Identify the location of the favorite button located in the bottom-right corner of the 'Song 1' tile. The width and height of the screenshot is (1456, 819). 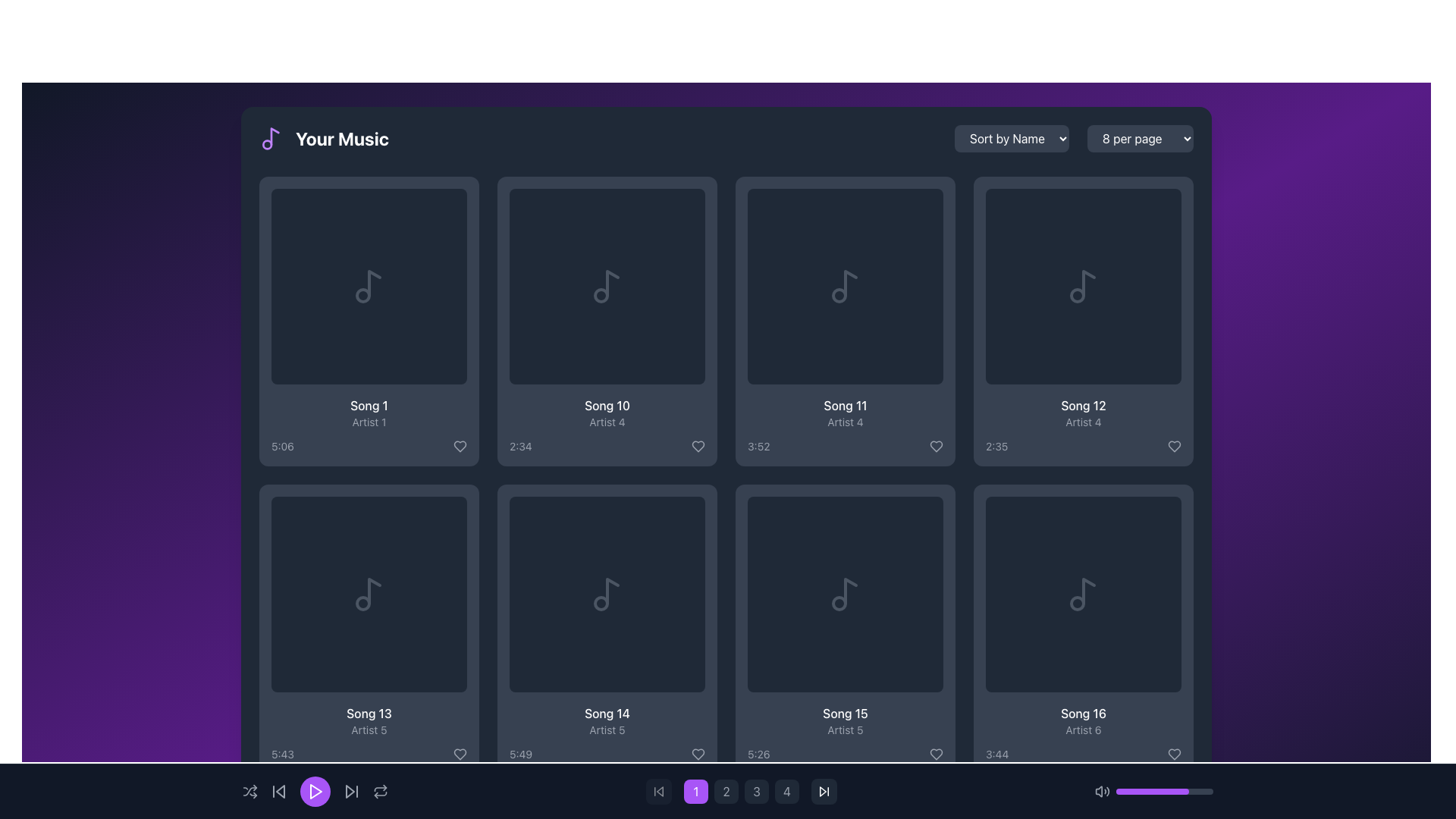
(459, 446).